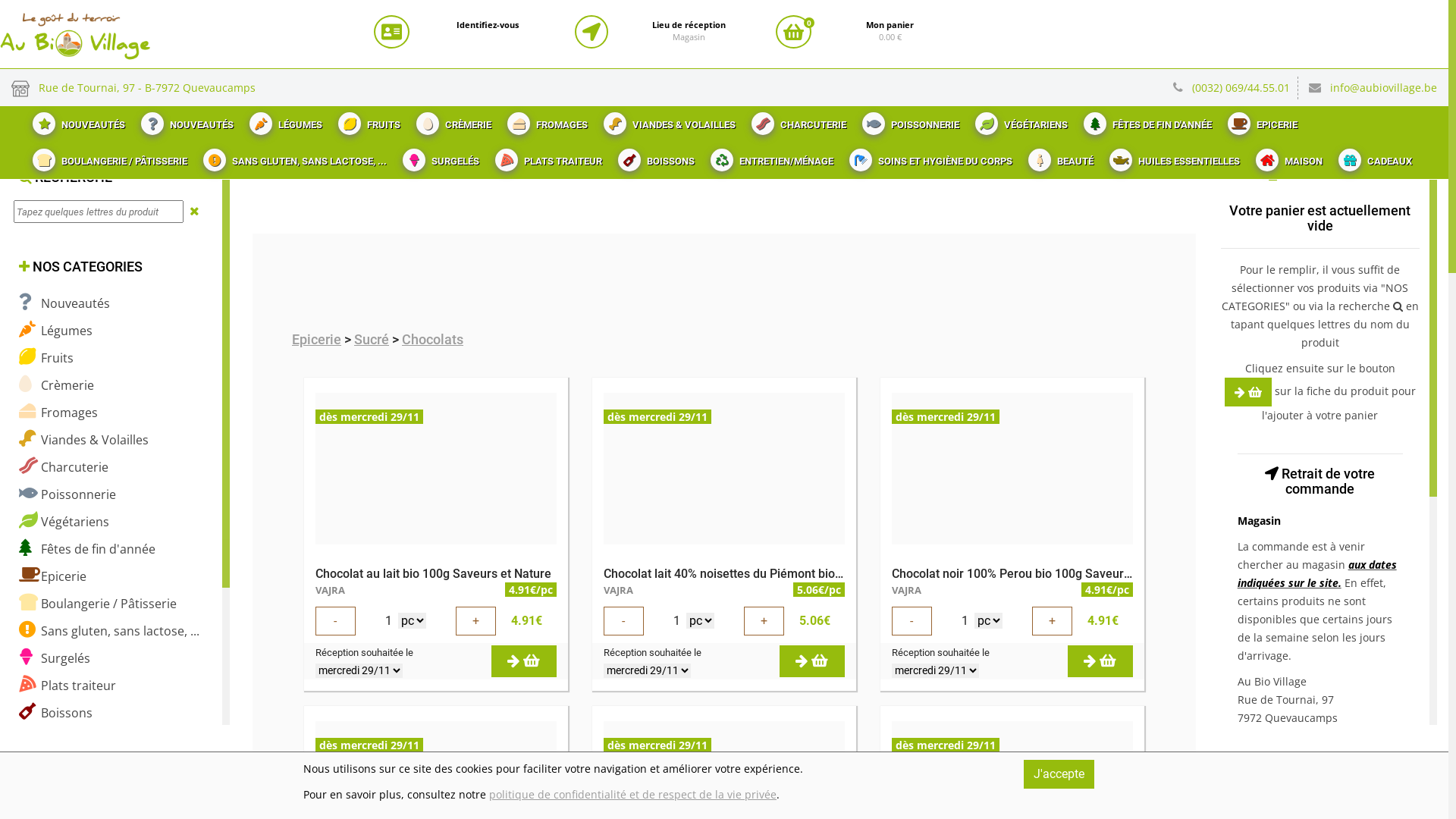 The height and width of the screenshot is (819, 1456). What do you see at coordinates (431, 338) in the screenshot?
I see `'Chocolats'` at bounding box center [431, 338].